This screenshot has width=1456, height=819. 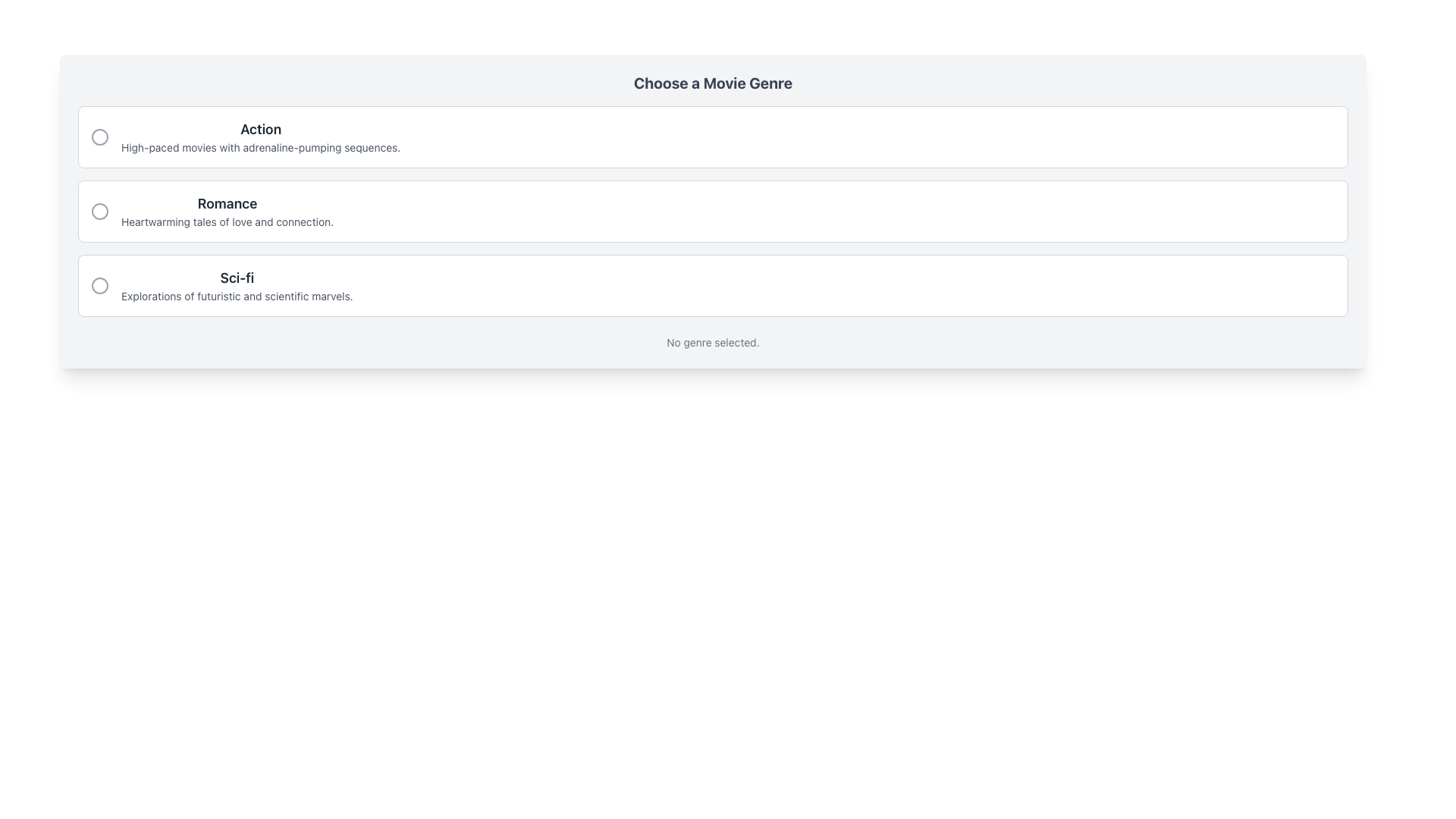 What do you see at coordinates (99, 211) in the screenshot?
I see `the radio button for 'Romance' movie genre selection` at bounding box center [99, 211].